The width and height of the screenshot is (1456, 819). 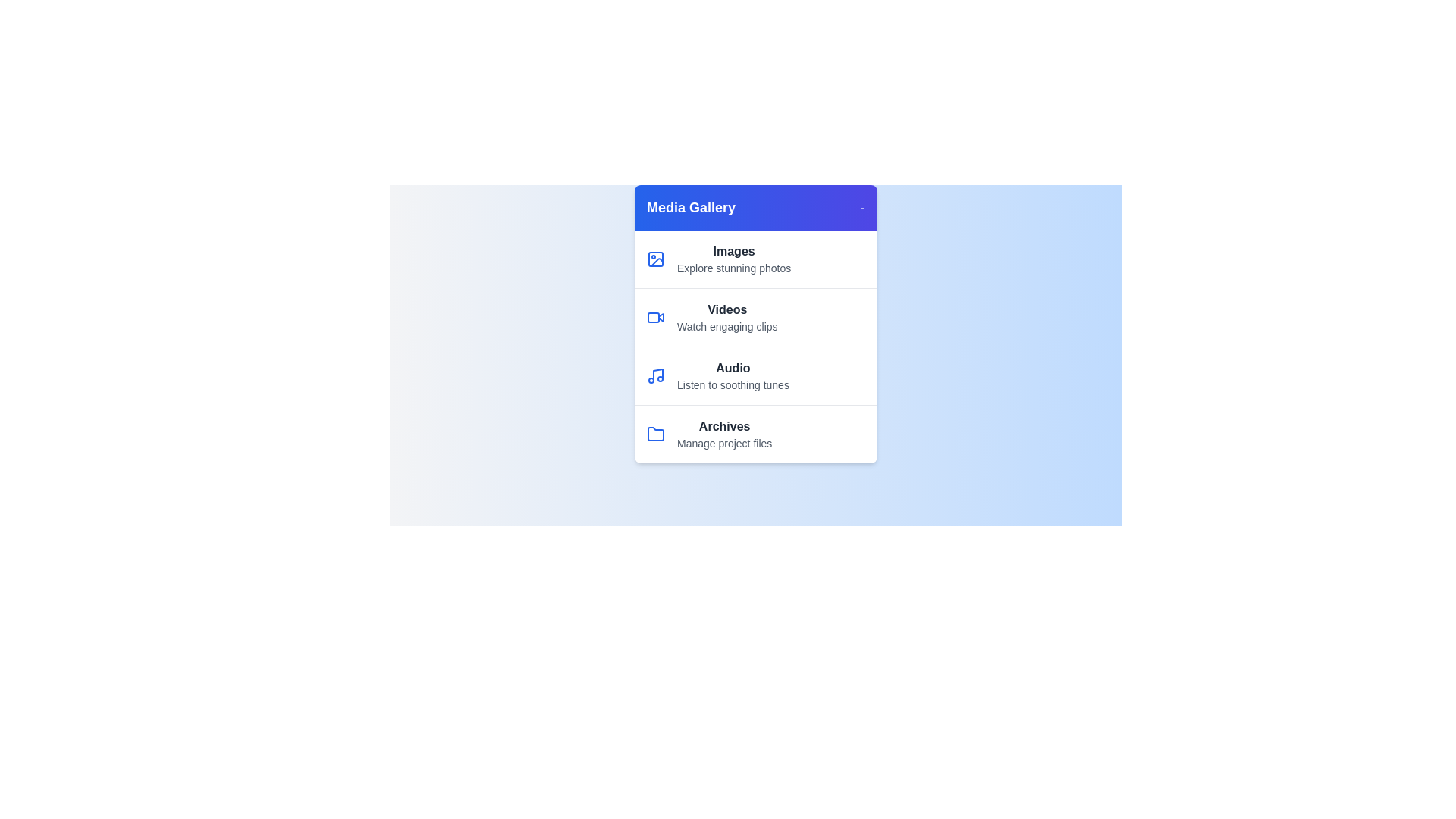 What do you see at coordinates (756, 259) in the screenshot?
I see `the media category Images from the menu` at bounding box center [756, 259].